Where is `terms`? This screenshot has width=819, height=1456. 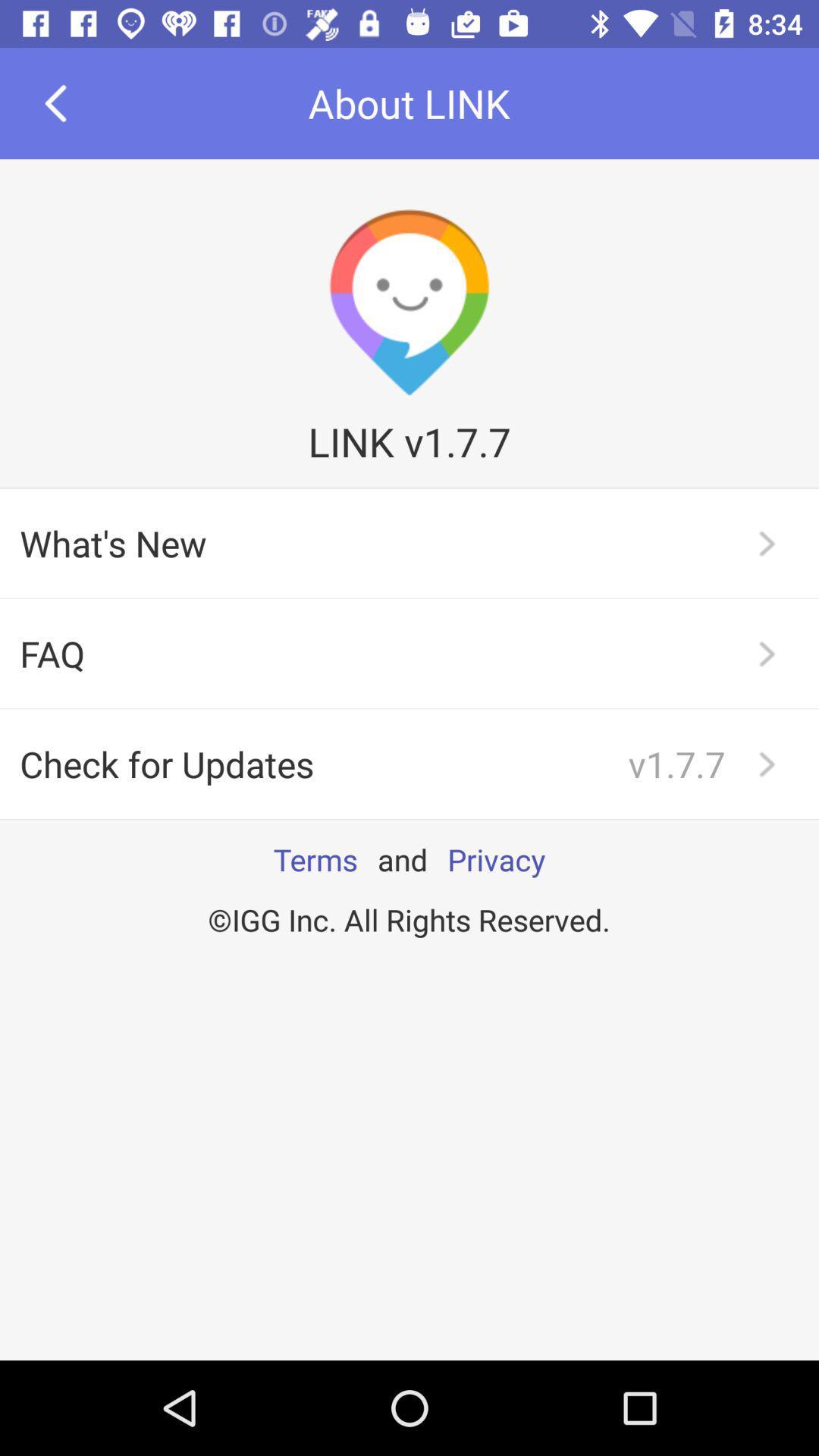 terms is located at coordinates (315, 859).